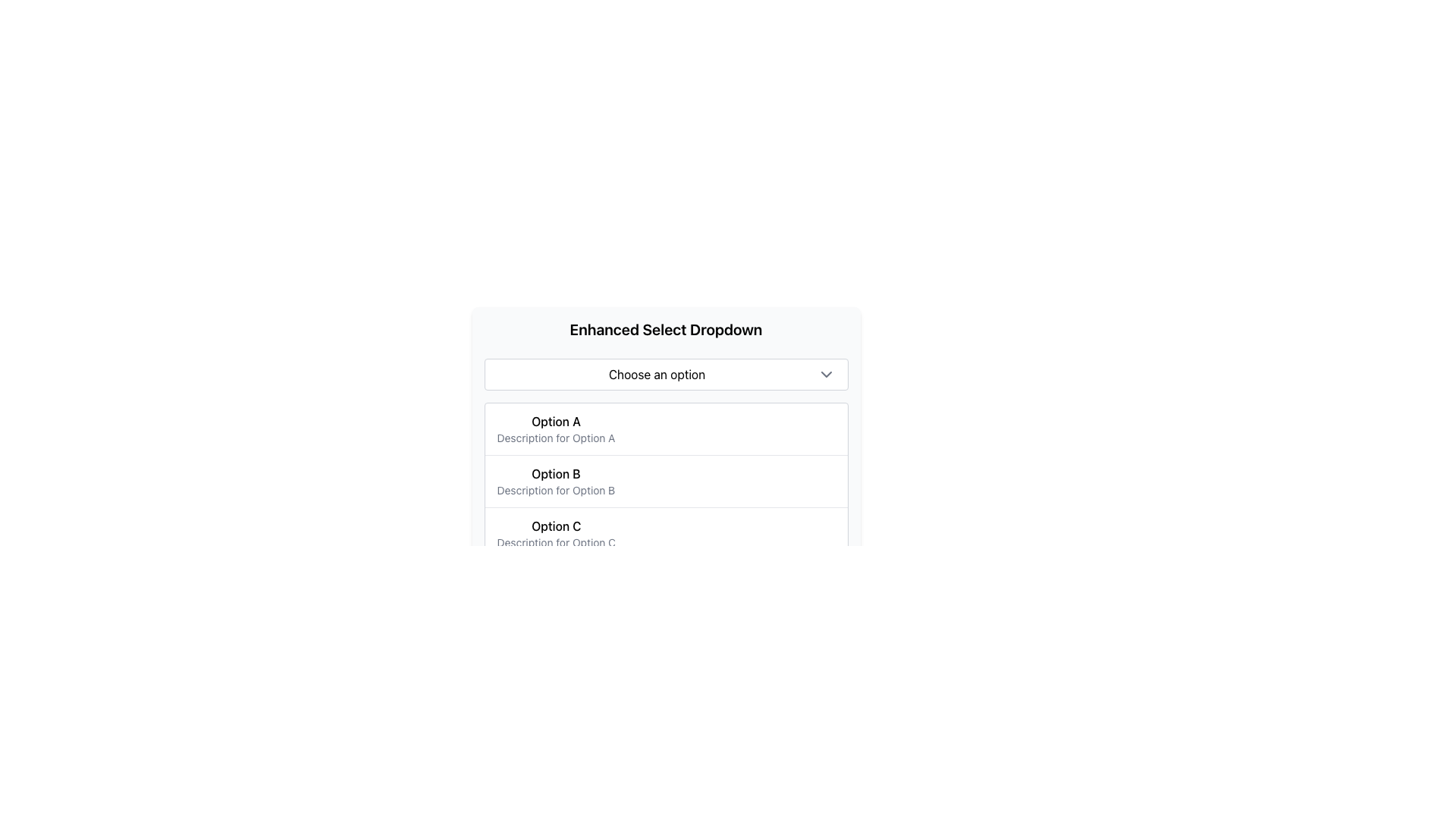 This screenshot has height=819, width=1456. Describe the element at coordinates (666, 532) in the screenshot. I see `the third option in the dropdown menu, which is 'Option C'` at that location.